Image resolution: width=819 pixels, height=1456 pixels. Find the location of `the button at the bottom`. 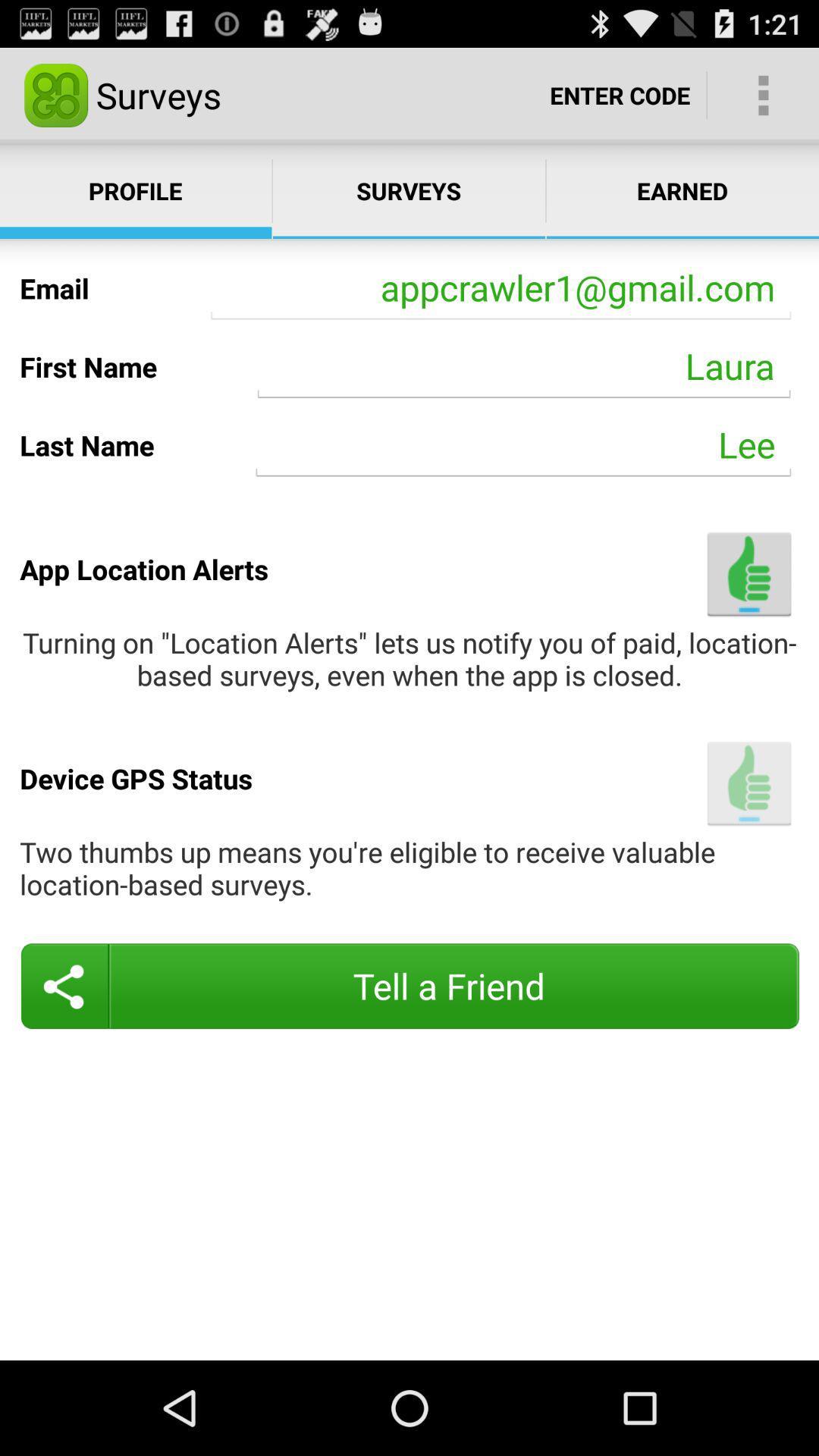

the button at the bottom is located at coordinates (409, 986).